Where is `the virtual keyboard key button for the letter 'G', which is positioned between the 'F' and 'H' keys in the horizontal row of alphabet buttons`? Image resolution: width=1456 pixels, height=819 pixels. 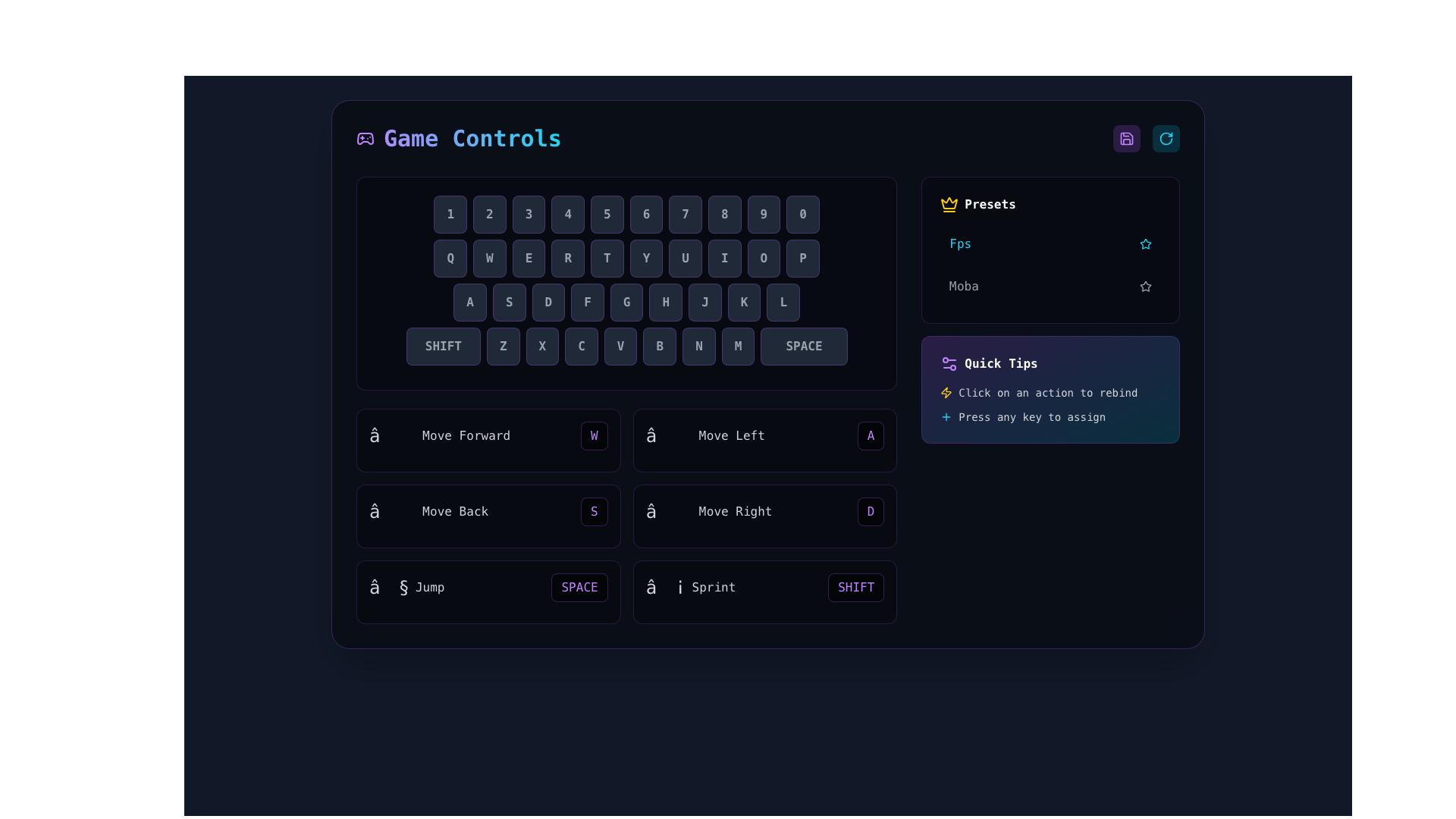 the virtual keyboard key button for the letter 'G', which is positioned between the 'F' and 'H' keys in the horizontal row of alphabet buttons is located at coordinates (626, 302).